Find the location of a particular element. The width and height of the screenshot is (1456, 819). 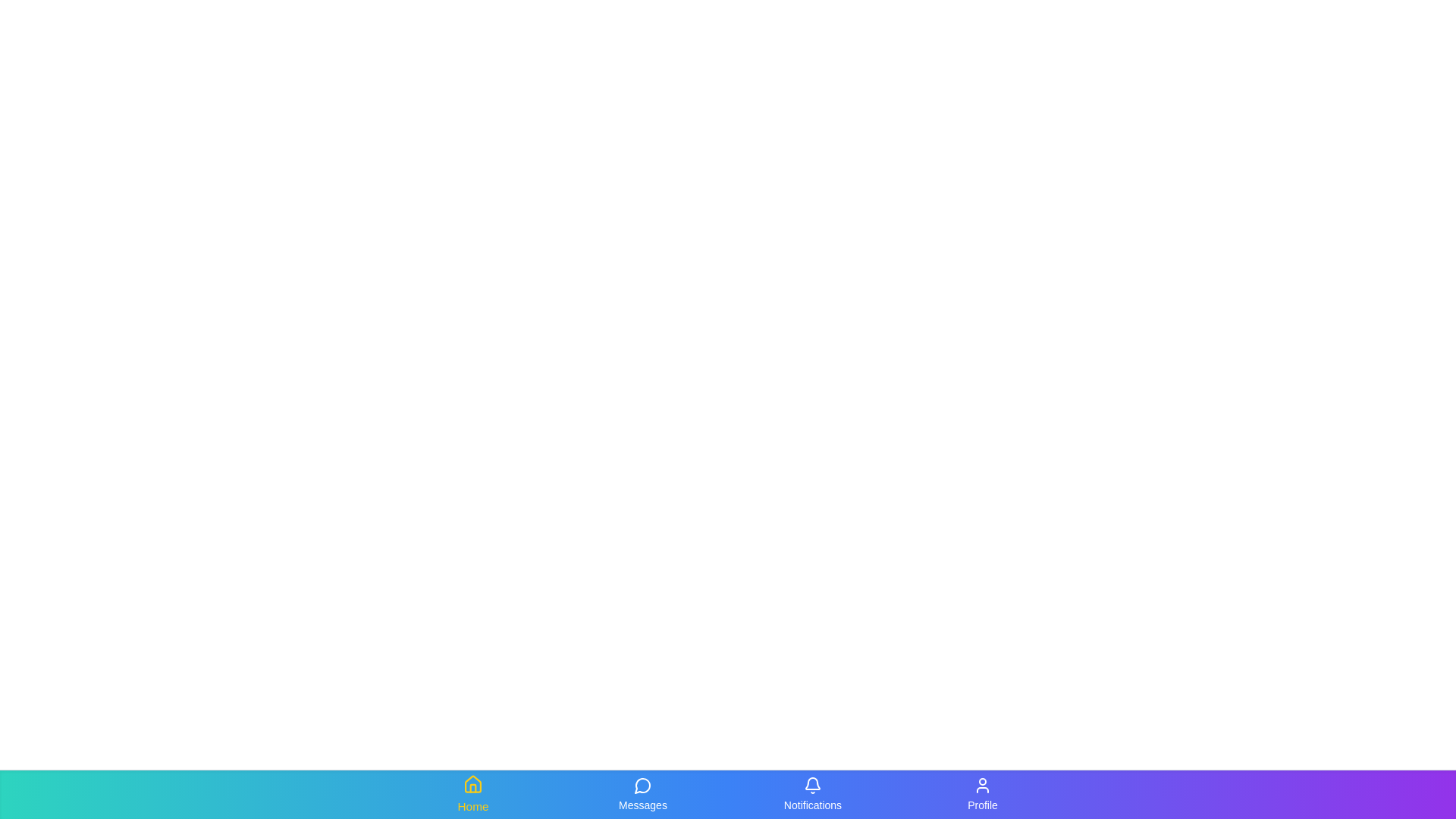

the Home tab from the navigation bar is located at coordinates (472, 794).